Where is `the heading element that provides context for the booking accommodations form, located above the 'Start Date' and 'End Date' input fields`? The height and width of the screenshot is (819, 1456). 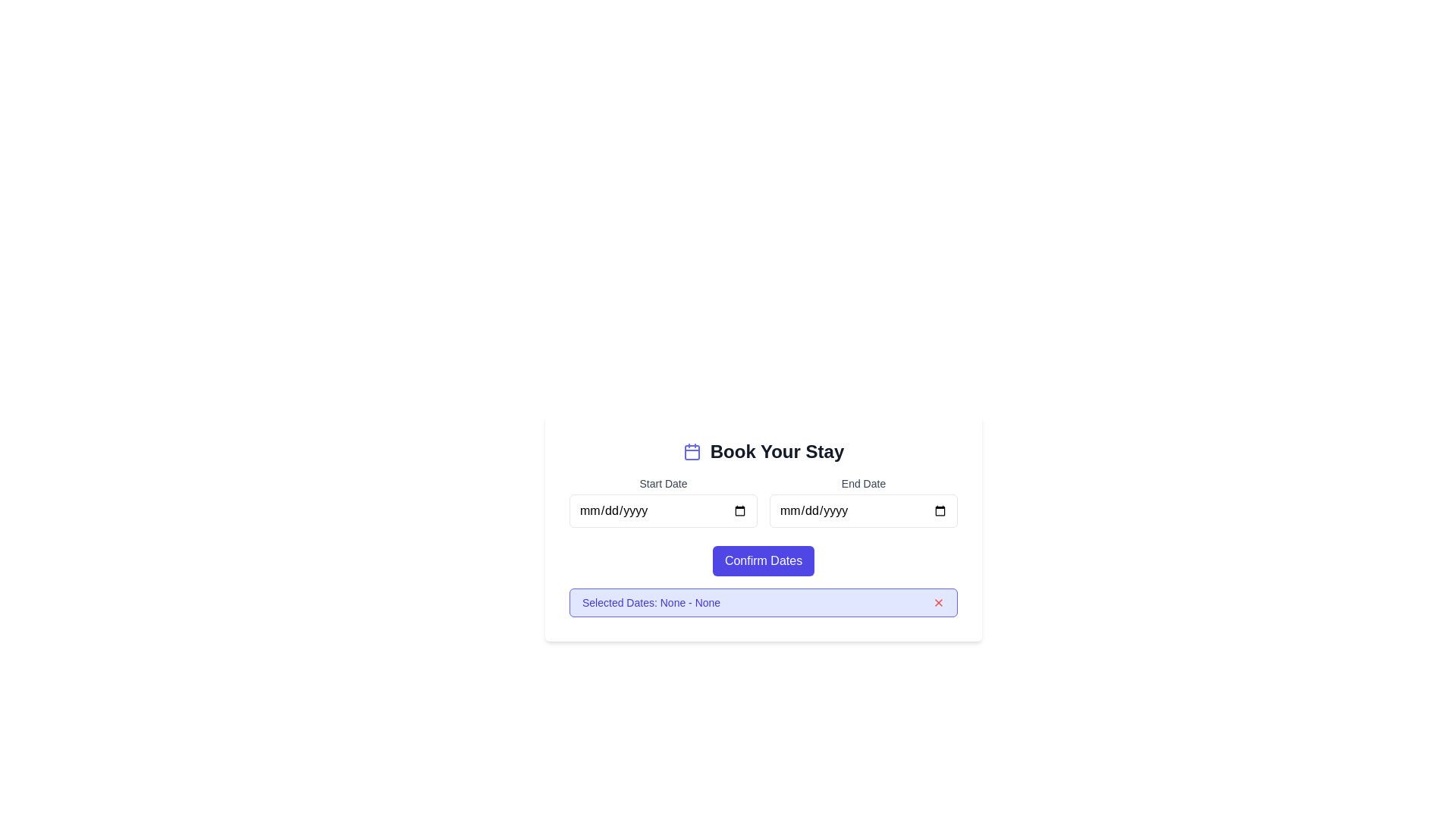
the heading element that provides context for the booking accommodations form, located above the 'Start Date' and 'End Date' input fields is located at coordinates (764, 451).